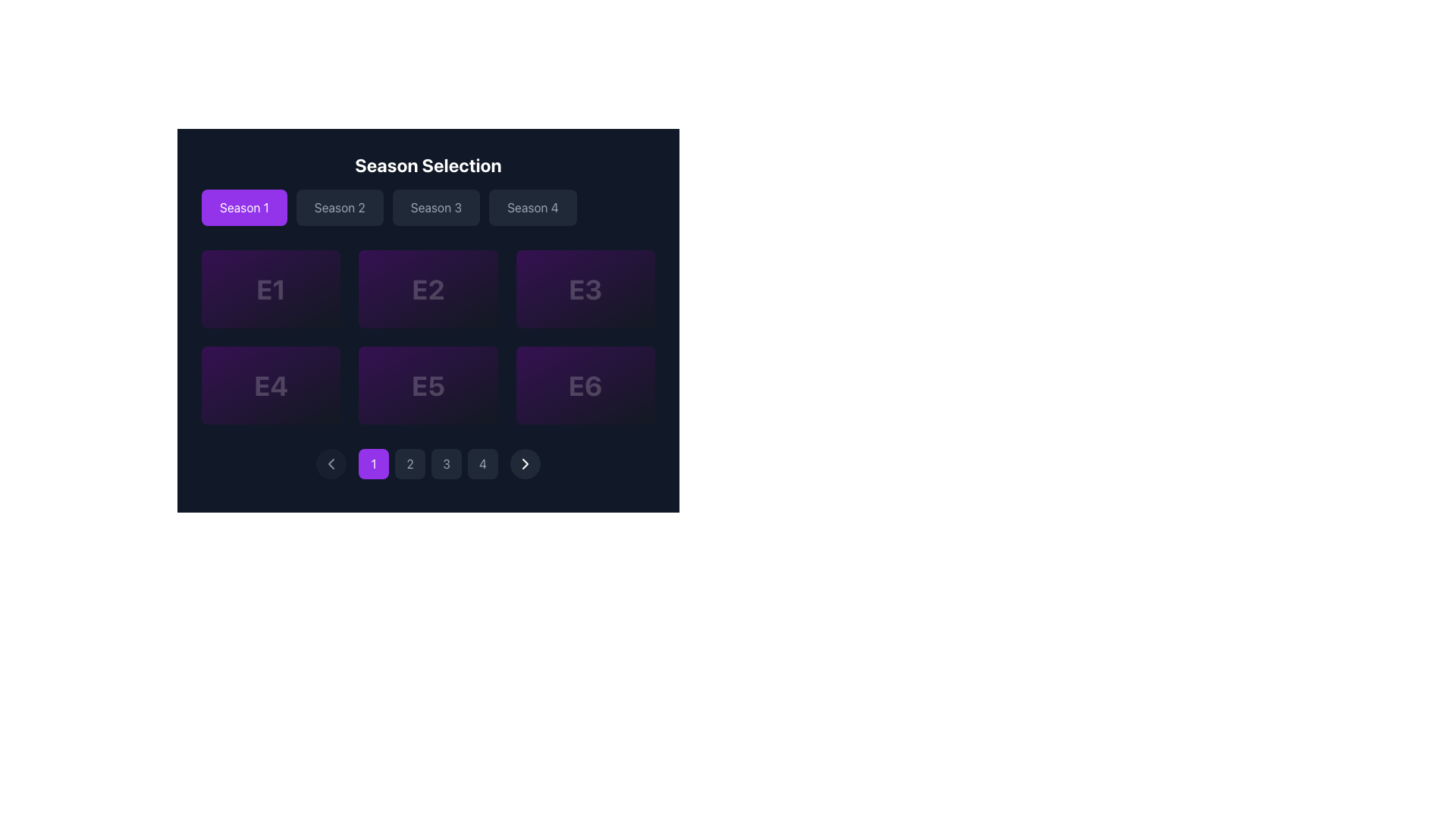  What do you see at coordinates (428, 289) in the screenshot?
I see `the rectangular, purple card featuring the text 'E2' in bold, light purple font to potentially reveal additional information` at bounding box center [428, 289].